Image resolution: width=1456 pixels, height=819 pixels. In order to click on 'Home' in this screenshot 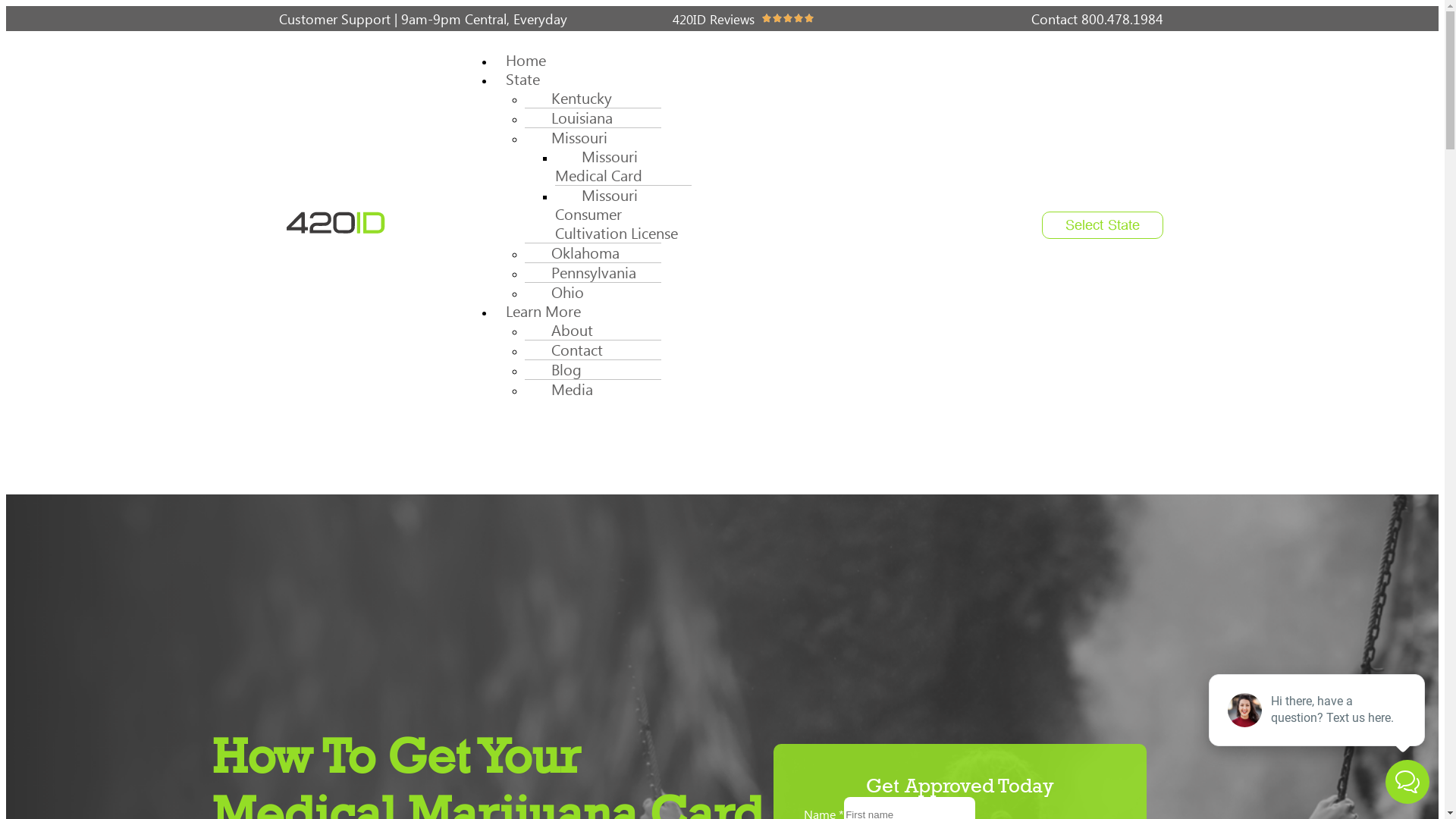, I will do `click(526, 59)`.